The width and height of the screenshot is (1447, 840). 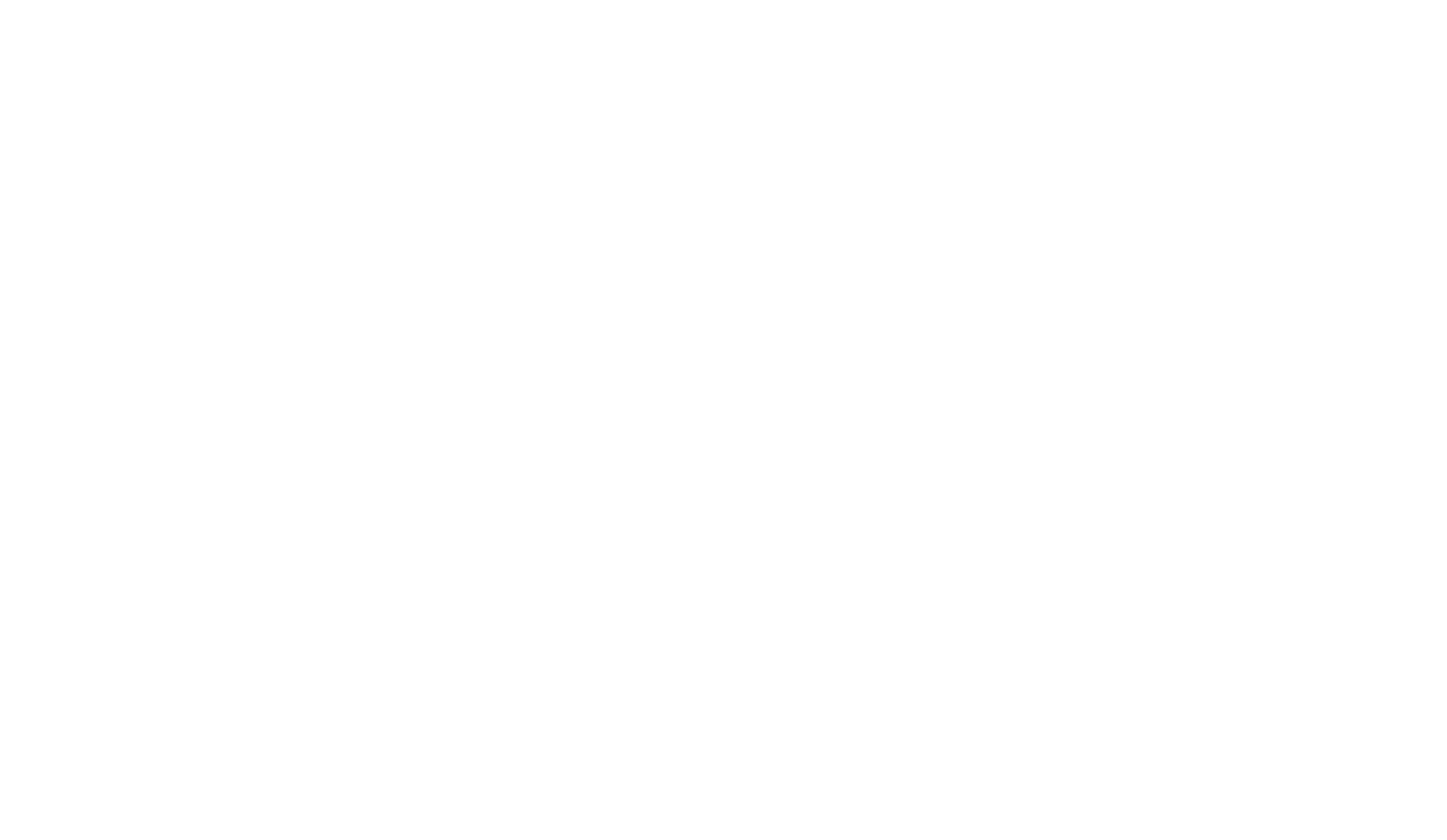 I want to click on 'Spotted par Pedro Neto', so click(x=1097, y=76).